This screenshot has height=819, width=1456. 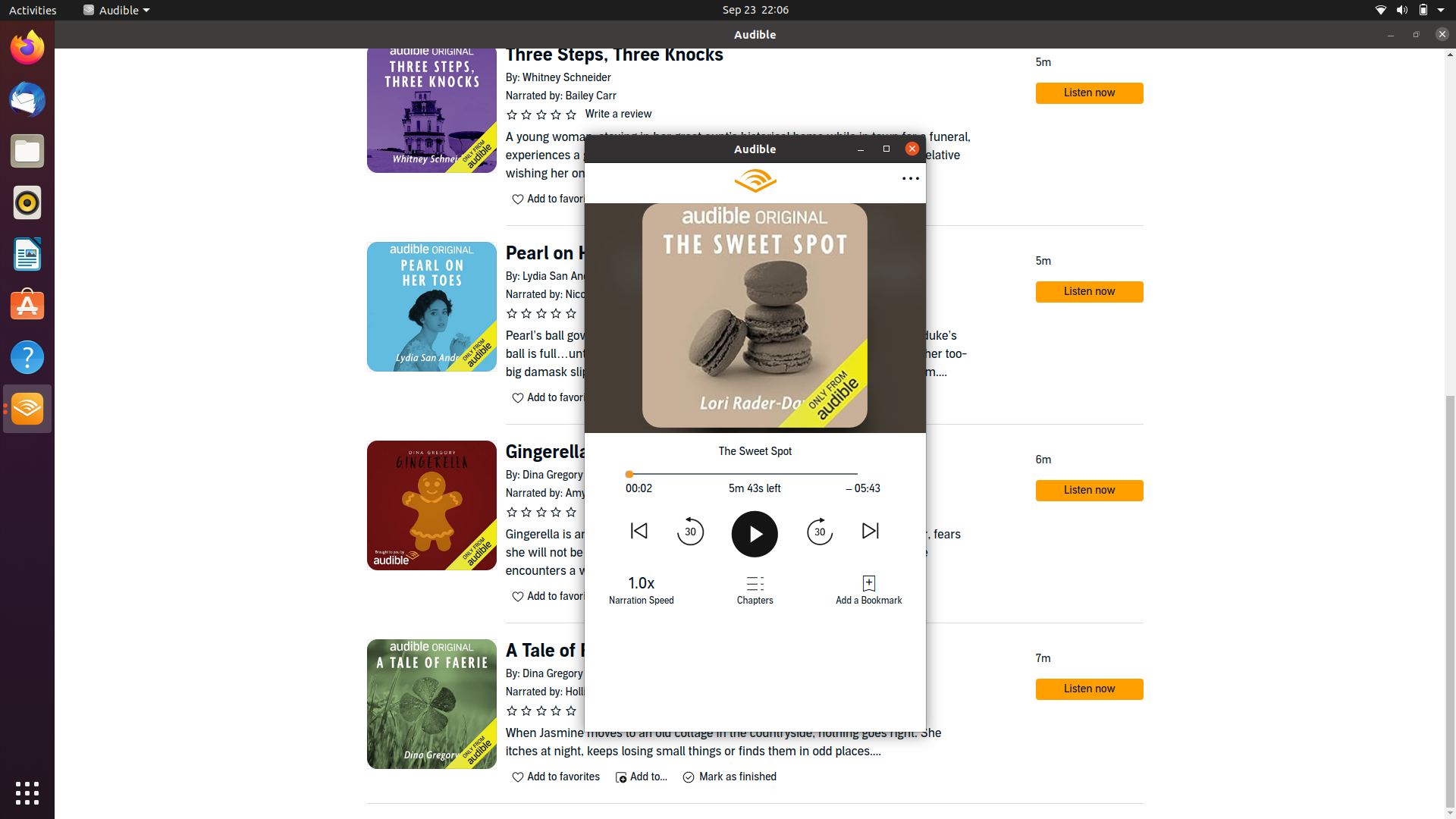 What do you see at coordinates (861, 149) in the screenshot?
I see `Fully widen book display` at bounding box center [861, 149].